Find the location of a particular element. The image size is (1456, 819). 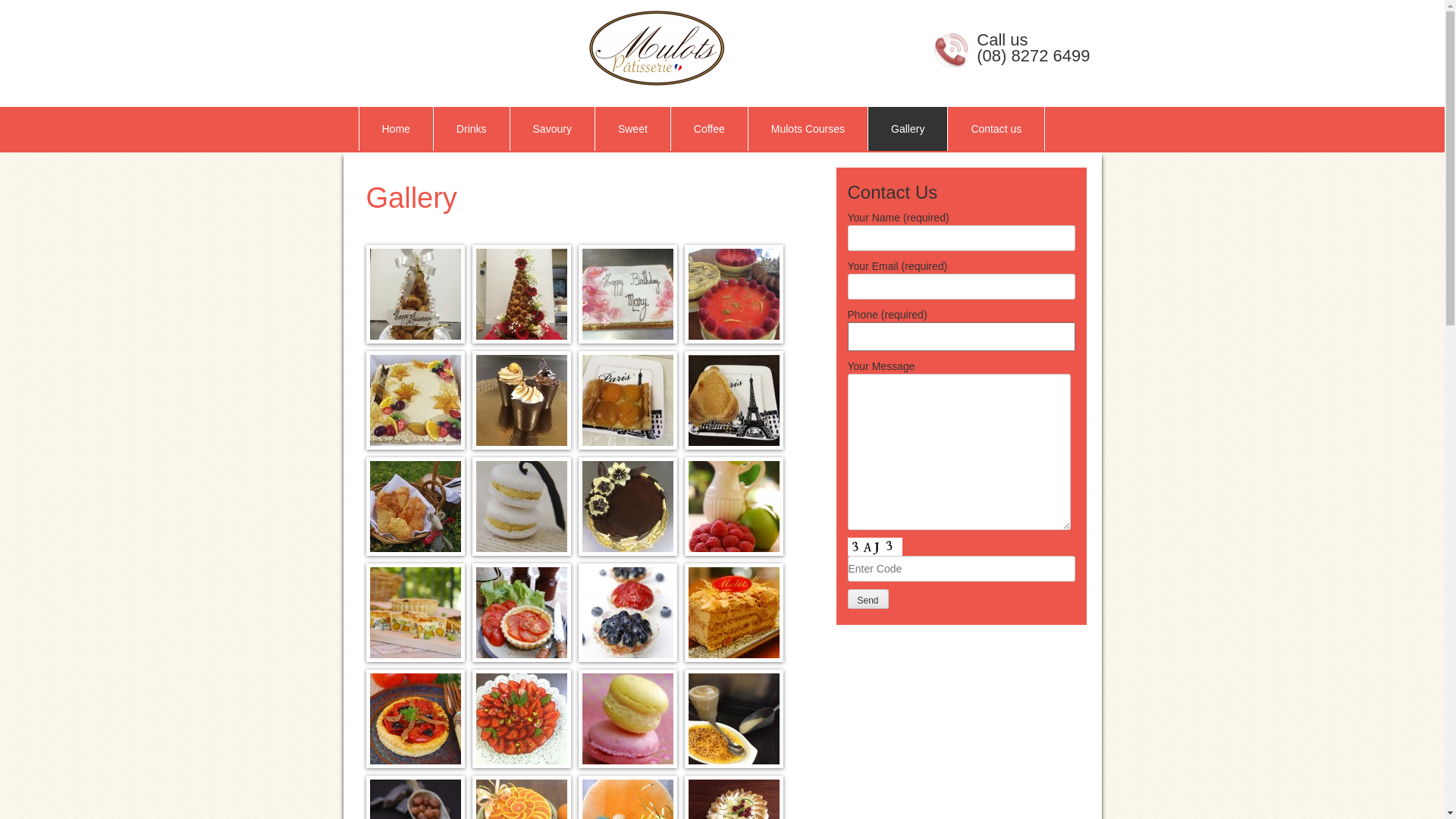

'Mulots Patisserie' is located at coordinates (655, 46).